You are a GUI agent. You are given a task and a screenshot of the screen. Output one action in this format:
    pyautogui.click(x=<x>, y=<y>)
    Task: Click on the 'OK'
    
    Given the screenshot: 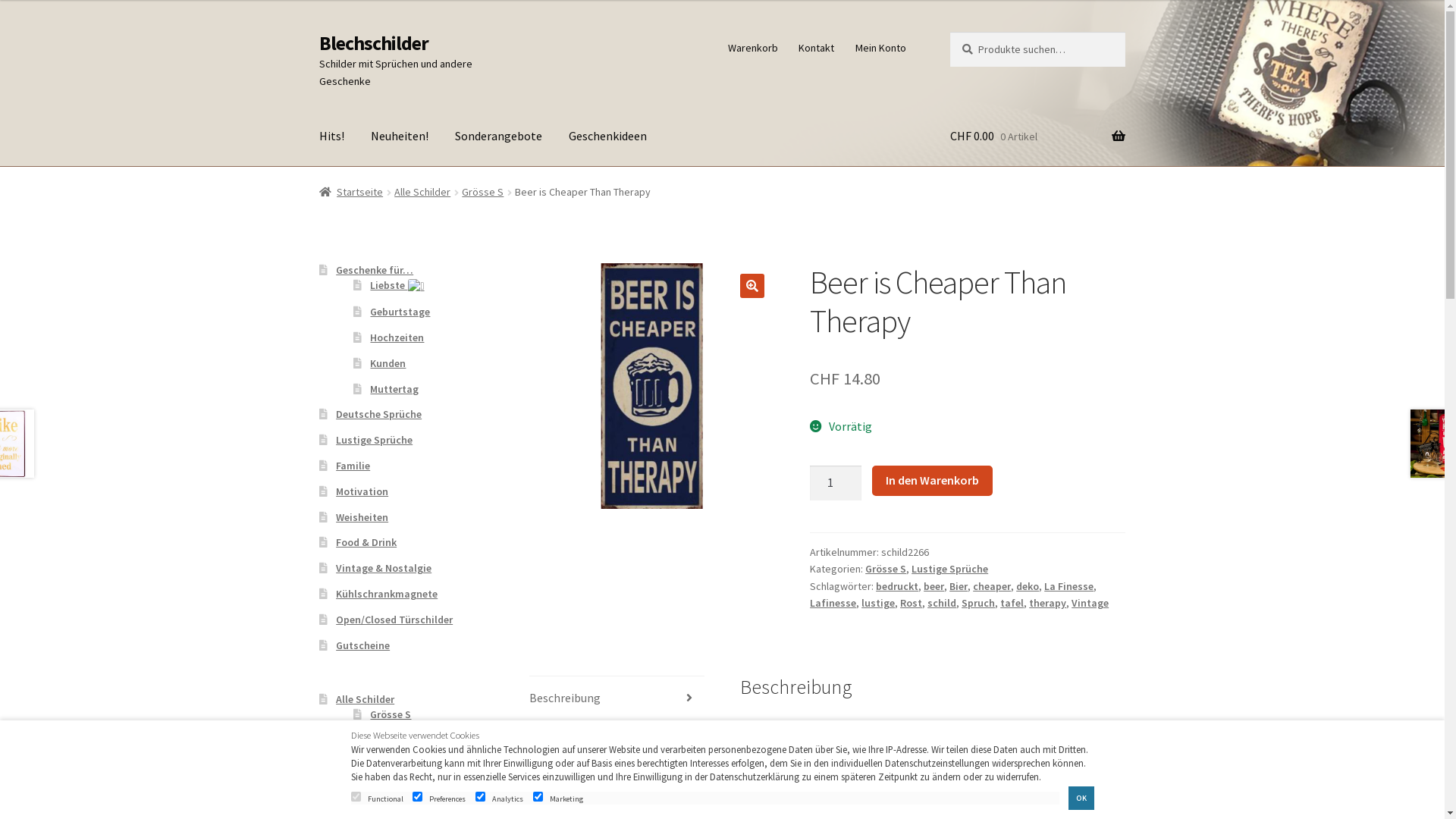 What is the action you would take?
    pyautogui.click(x=1068, y=797)
    